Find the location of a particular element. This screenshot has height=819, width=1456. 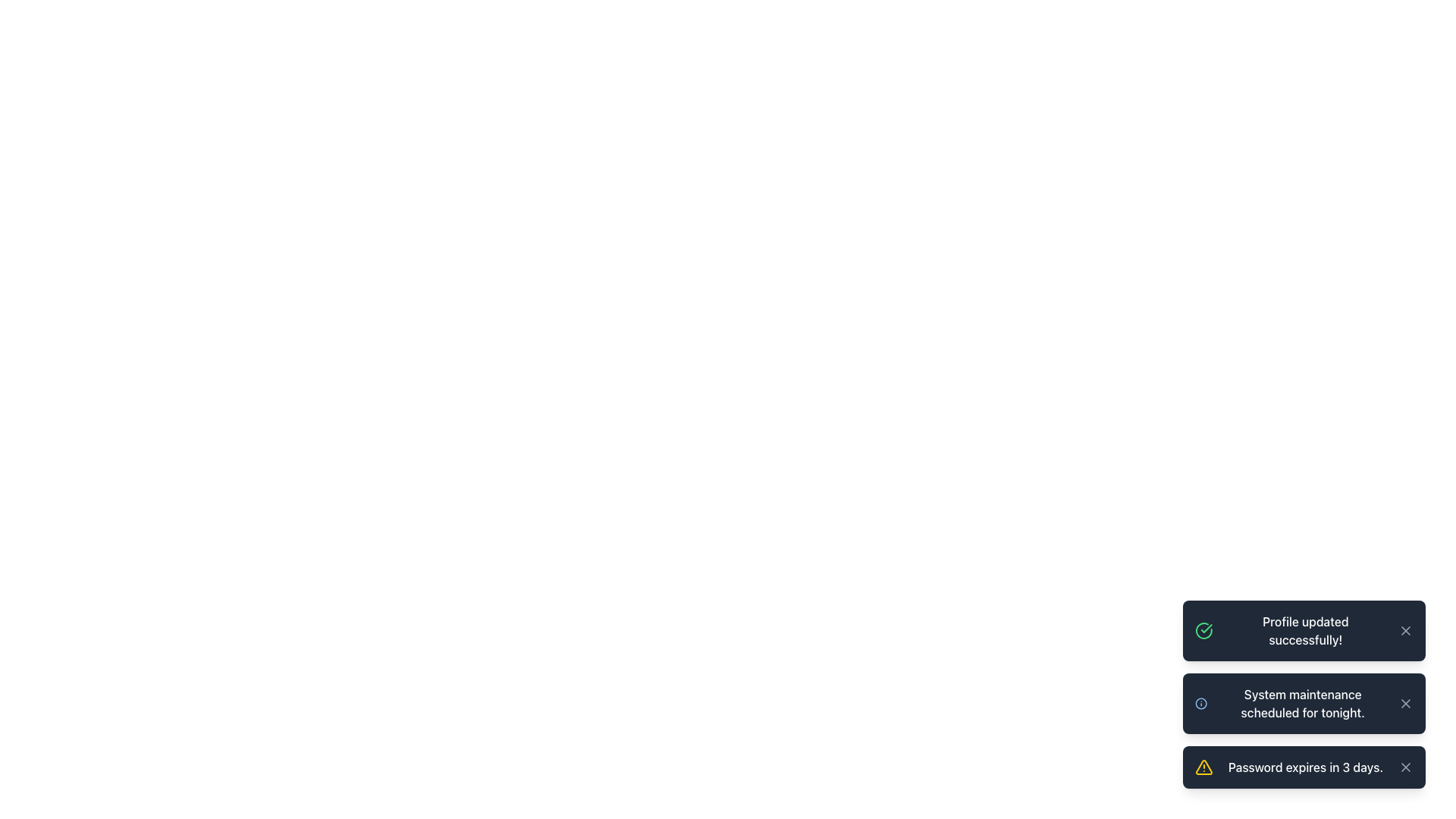

the blue circular 'info' icon located at the left of the notification card containing the message 'System maintenance scheduled for tonight.' is located at coordinates (1200, 704).